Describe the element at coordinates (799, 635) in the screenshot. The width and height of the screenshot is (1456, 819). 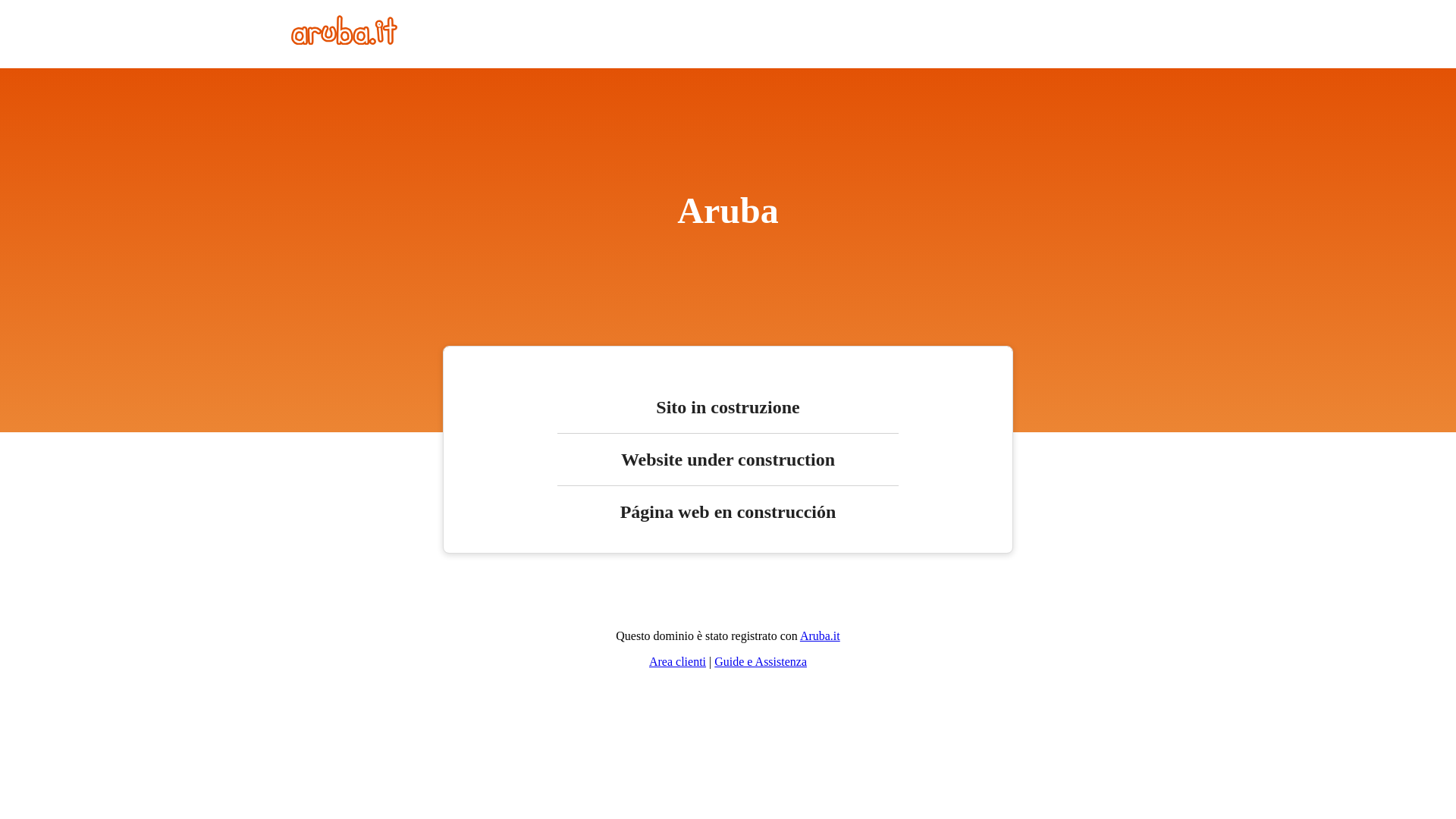
I see `'Aruba.it'` at that location.